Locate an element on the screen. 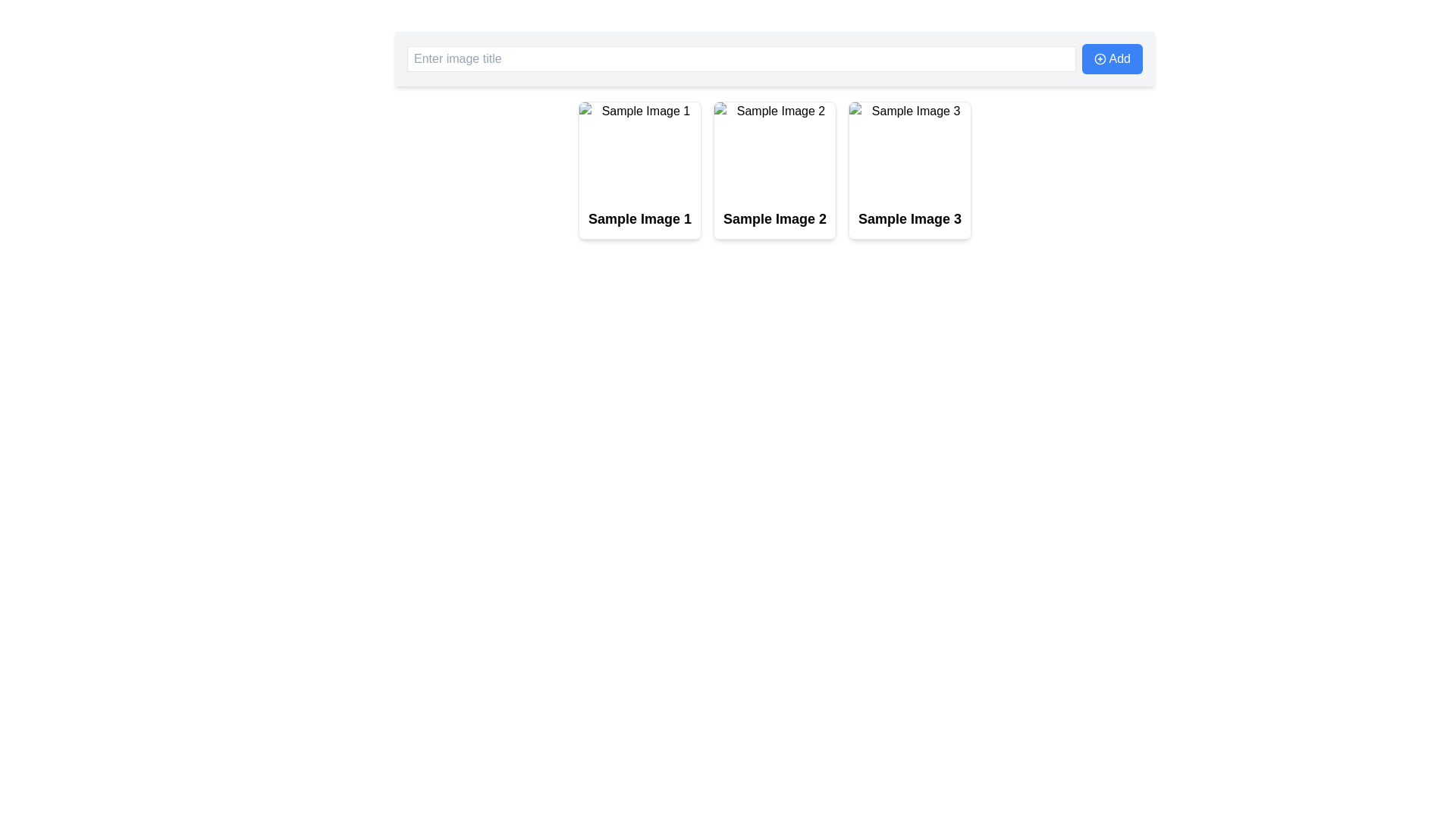  the circular SVG icon with a blue circle and a white plus sign, which is visually nested inside the 'Add' button located in the top-right corner of the interface is located at coordinates (1100, 58).